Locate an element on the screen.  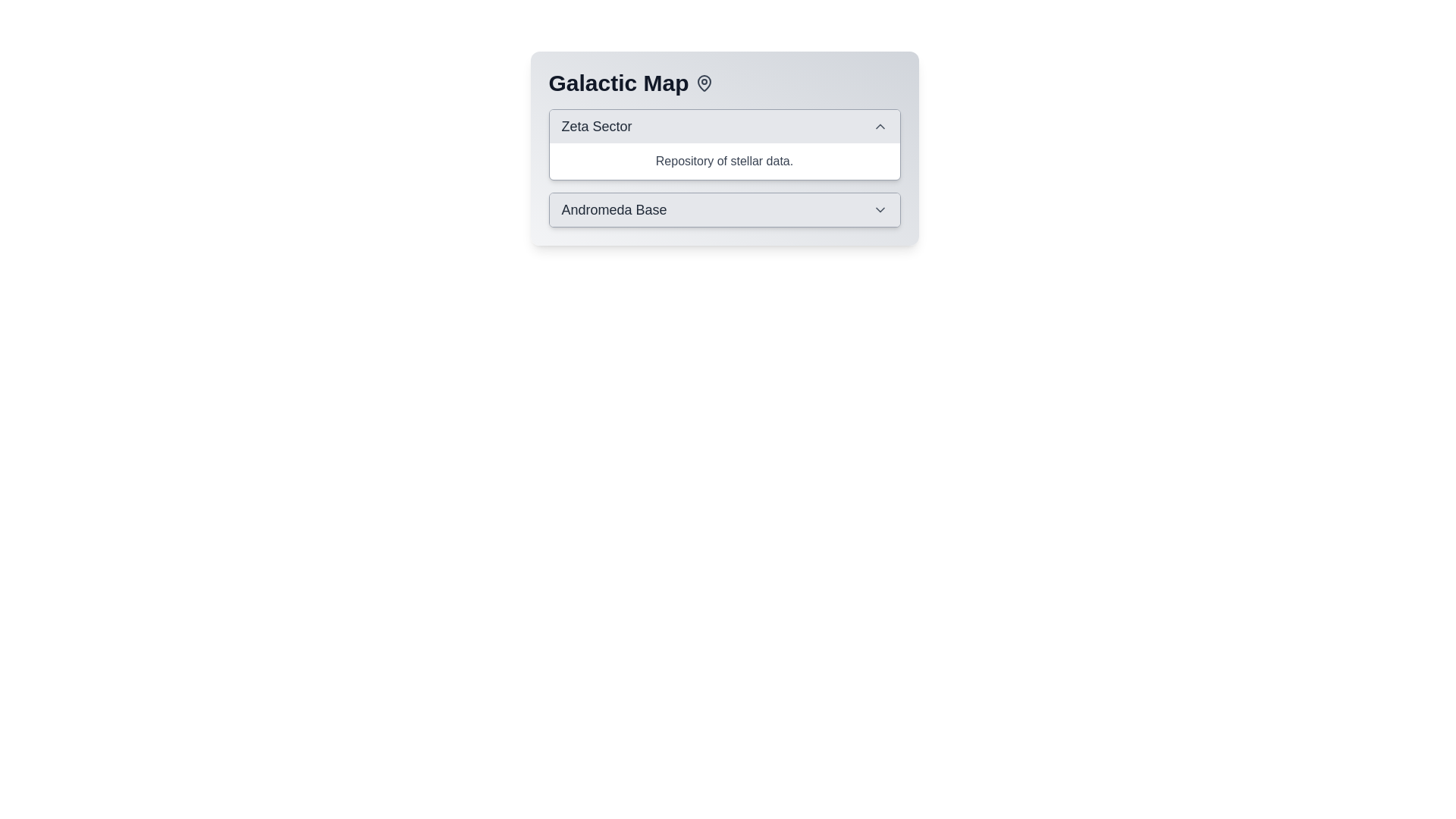
the text label displaying 'Andromeda Base' styled in bold dark gray on a lighter gray background, located under the 'Galactic Map' title is located at coordinates (614, 210).